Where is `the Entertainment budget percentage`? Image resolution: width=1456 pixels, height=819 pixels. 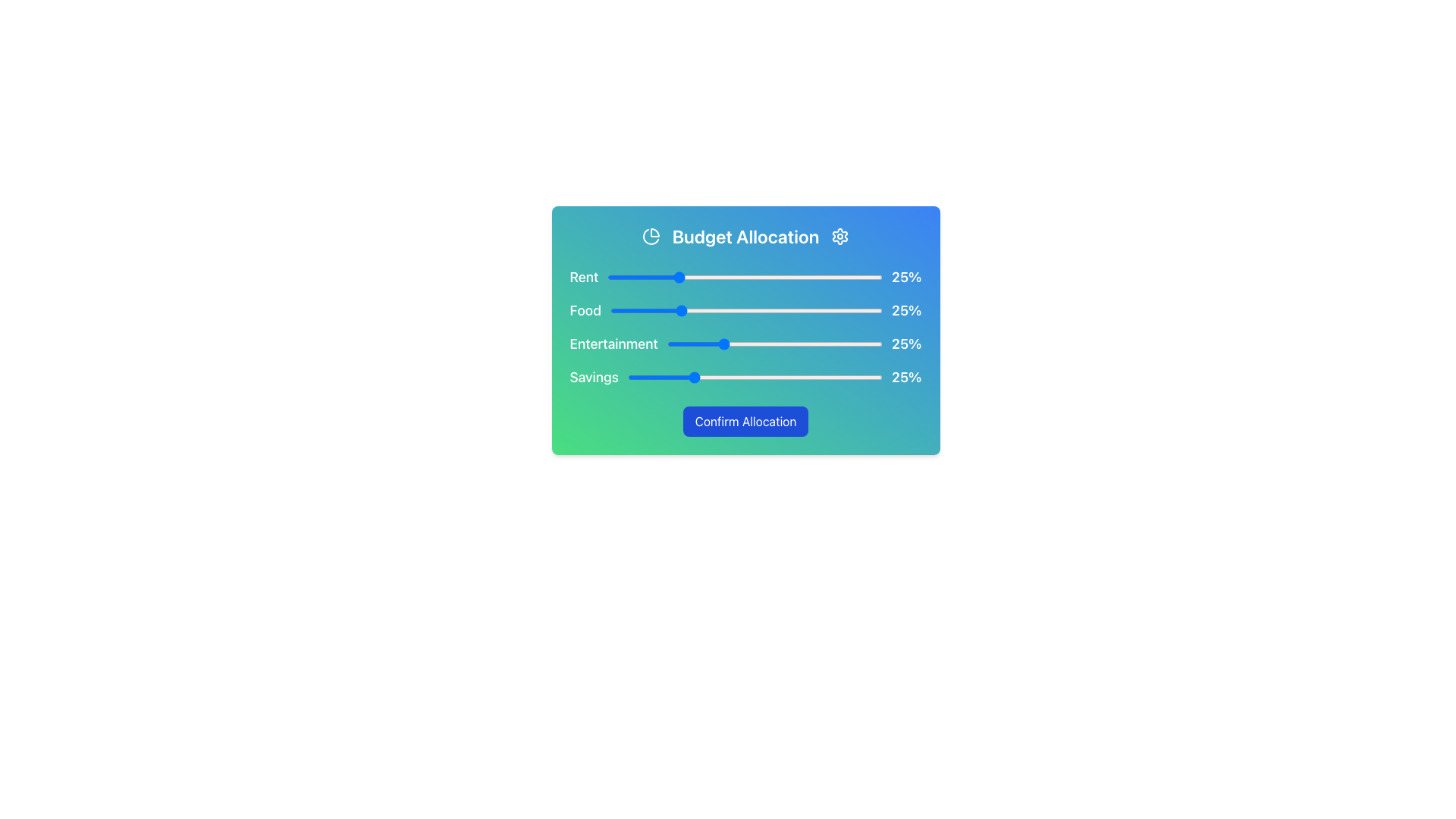
the Entertainment budget percentage is located at coordinates (800, 344).